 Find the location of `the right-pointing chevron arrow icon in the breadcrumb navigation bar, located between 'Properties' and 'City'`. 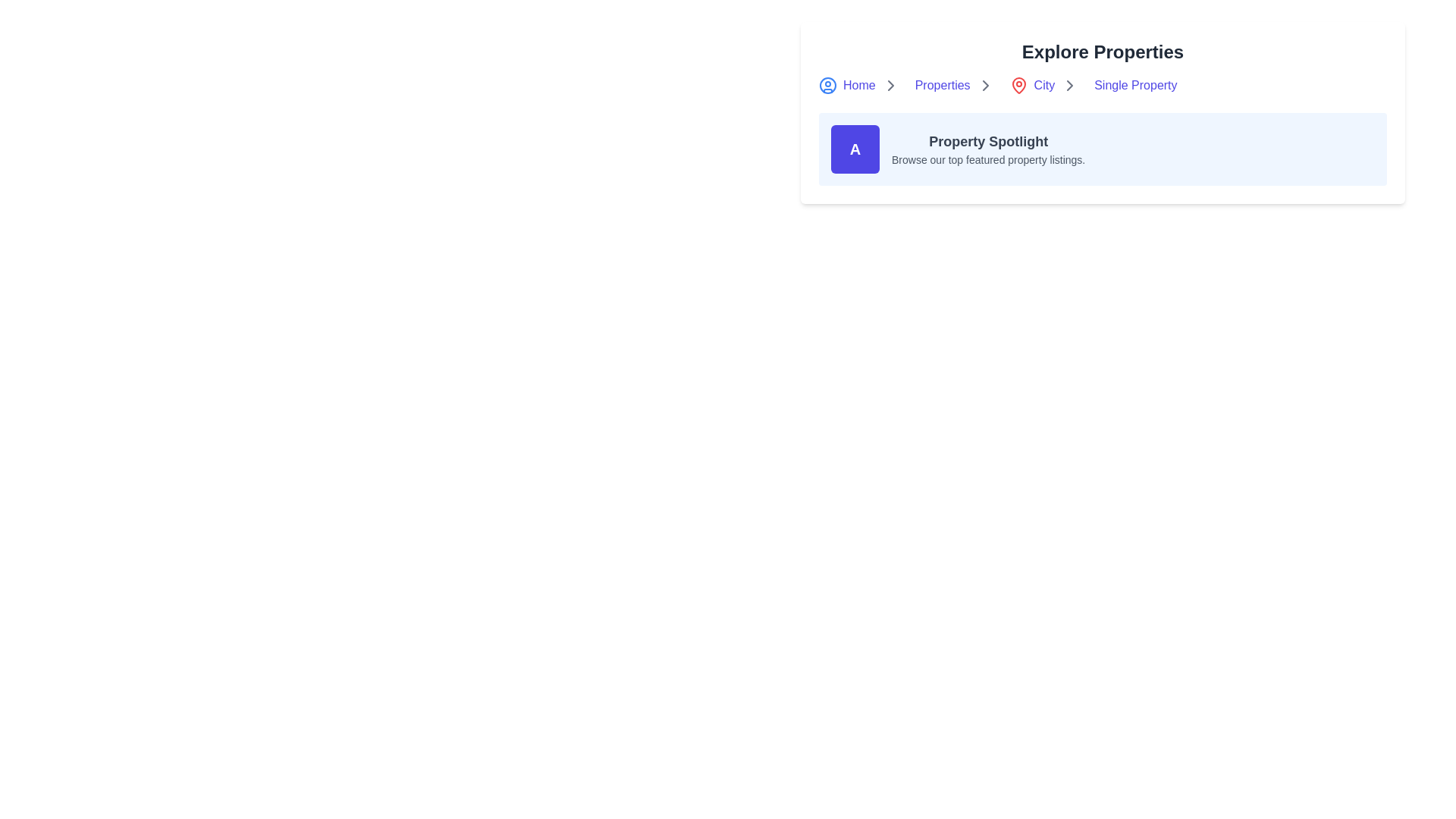

the right-pointing chevron arrow icon in the breadcrumb navigation bar, located between 'Properties' and 'City' is located at coordinates (985, 85).